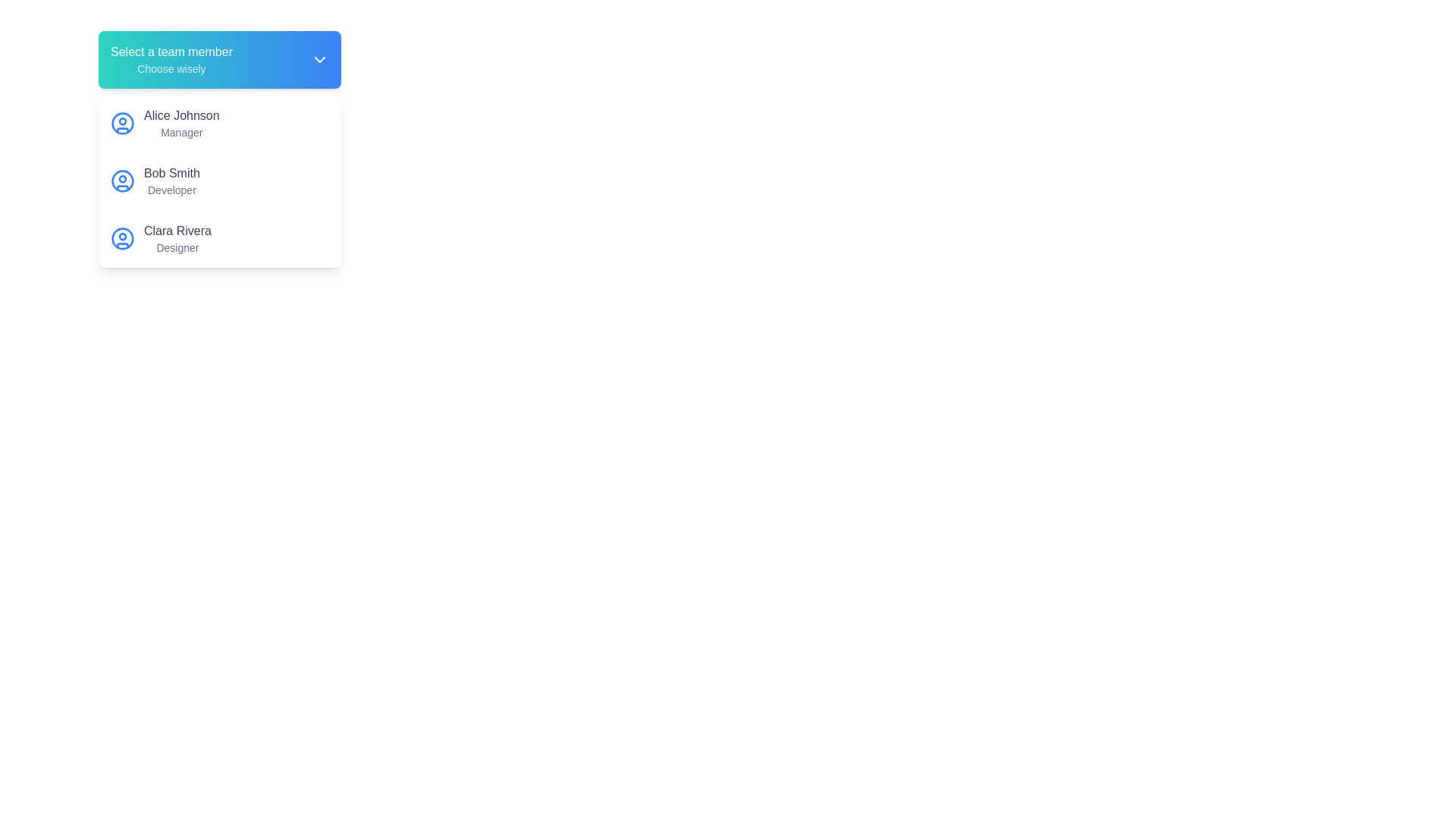  What do you see at coordinates (123, 180) in the screenshot?
I see `the User icon representing the profile illustration for user 'Bob Smith' to indicate the user's choice` at bounding box center [123, 180].